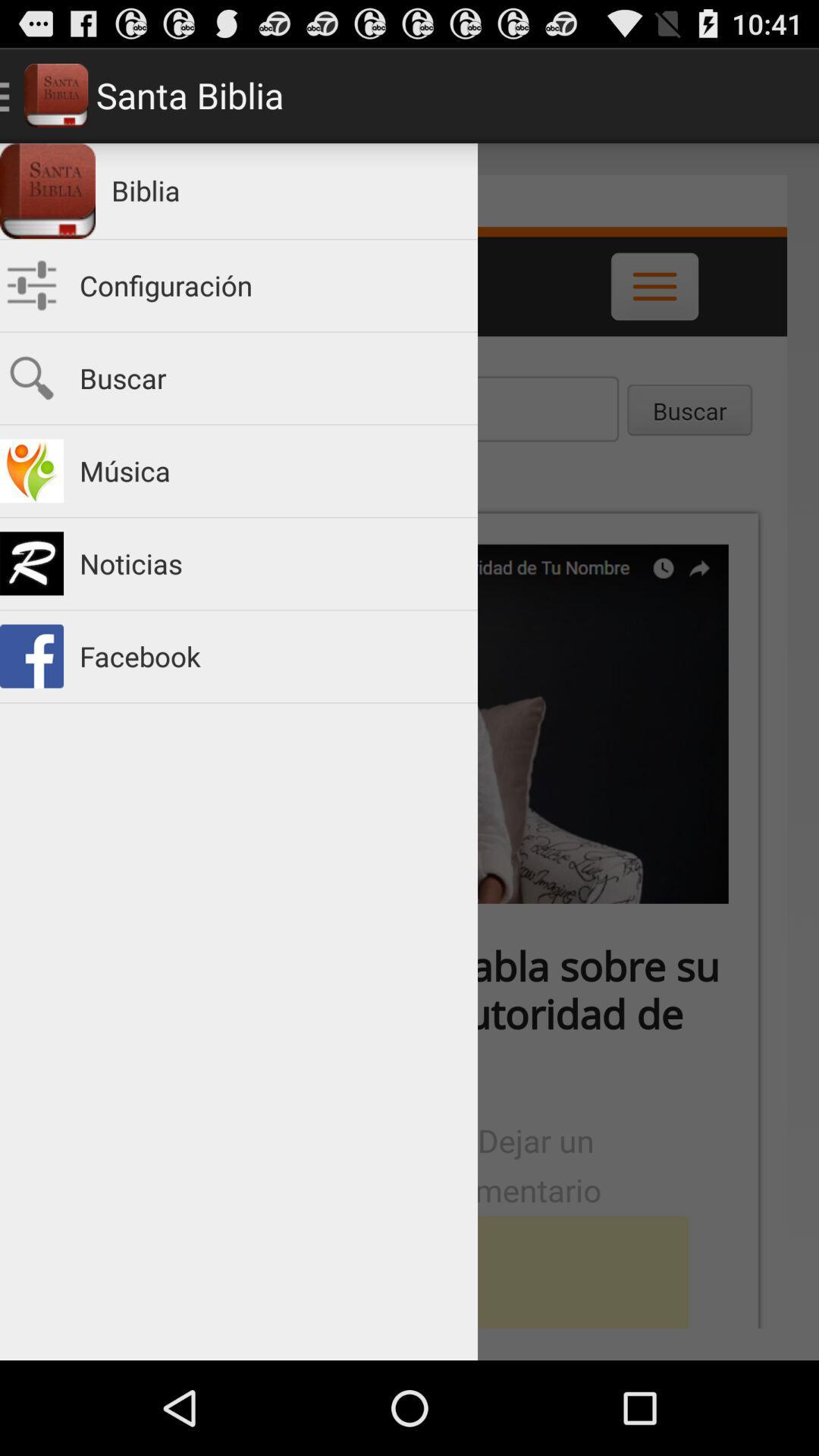 The height and width of the screenshot is (1456, 819). What do you see at coordinates (270, 378) in the screenshot?
I see `buscar` at bounding box center [270, 378].